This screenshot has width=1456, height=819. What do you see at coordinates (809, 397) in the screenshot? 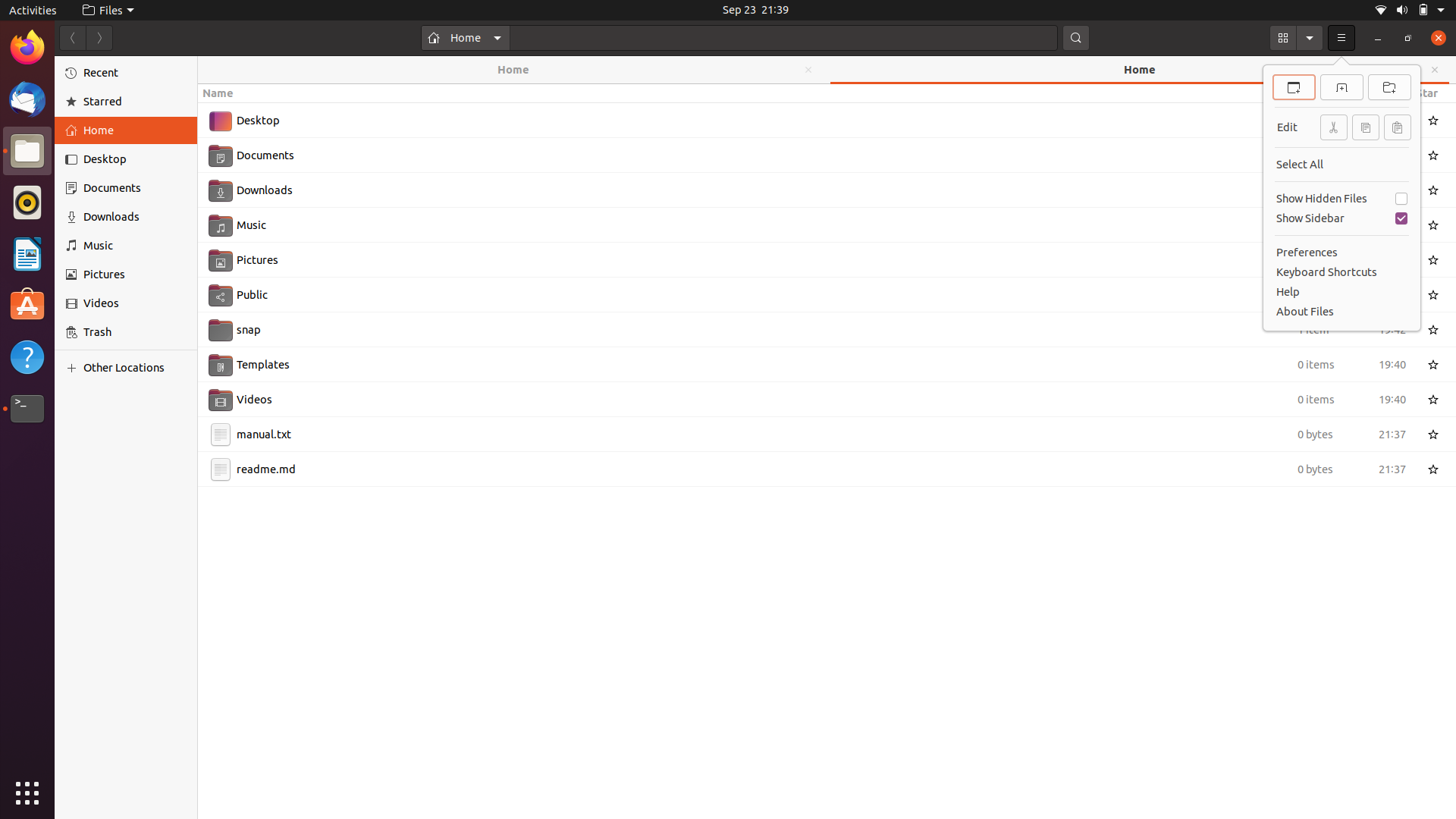
I see `Using the mouse pointer, select "Videos" folder and then use keyboard to open it` at bounding box center [809, 397].